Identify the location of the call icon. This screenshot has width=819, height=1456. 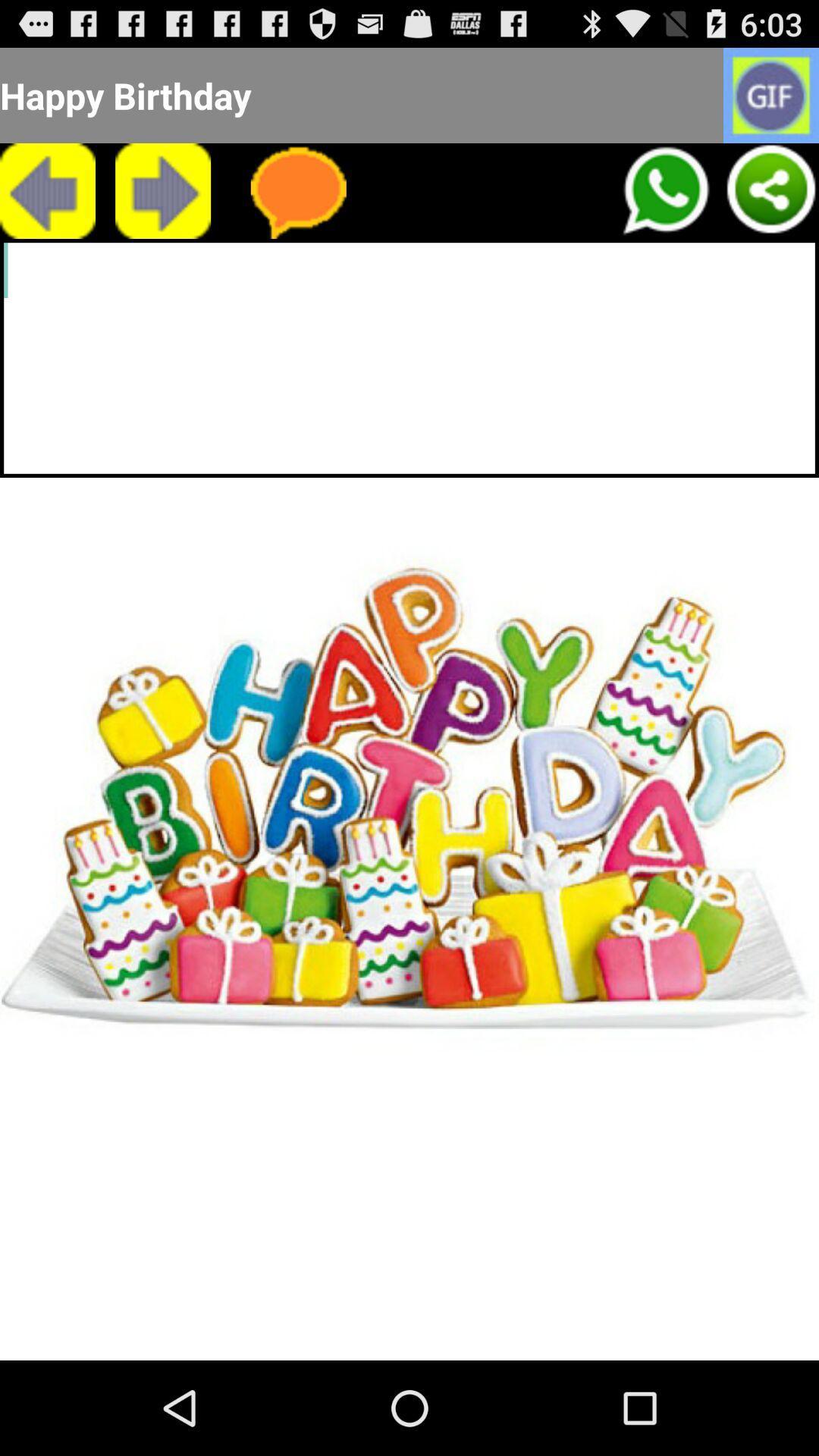
(664, 203).